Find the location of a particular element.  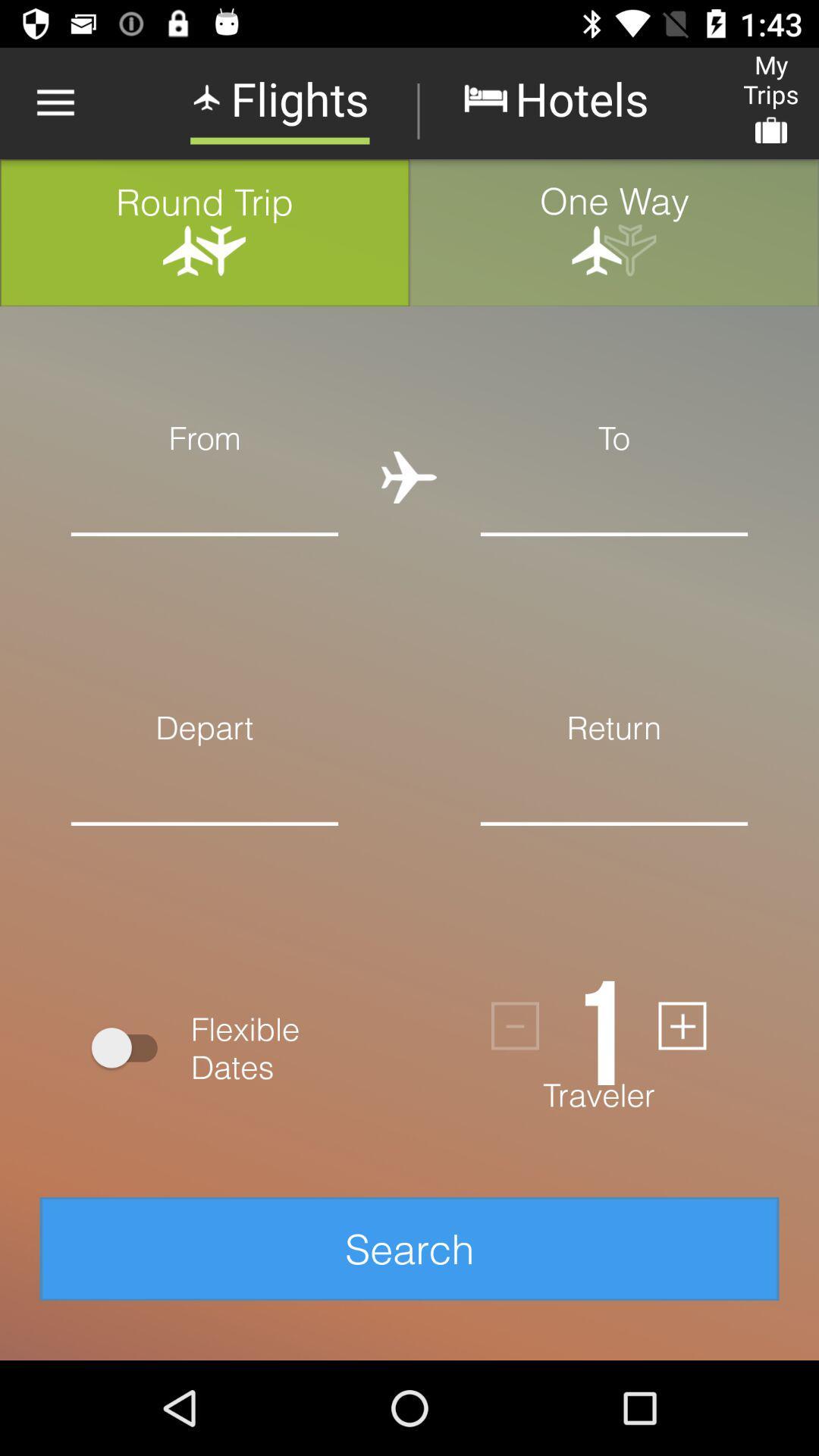

depart icon is located at coordinates (205, 726).